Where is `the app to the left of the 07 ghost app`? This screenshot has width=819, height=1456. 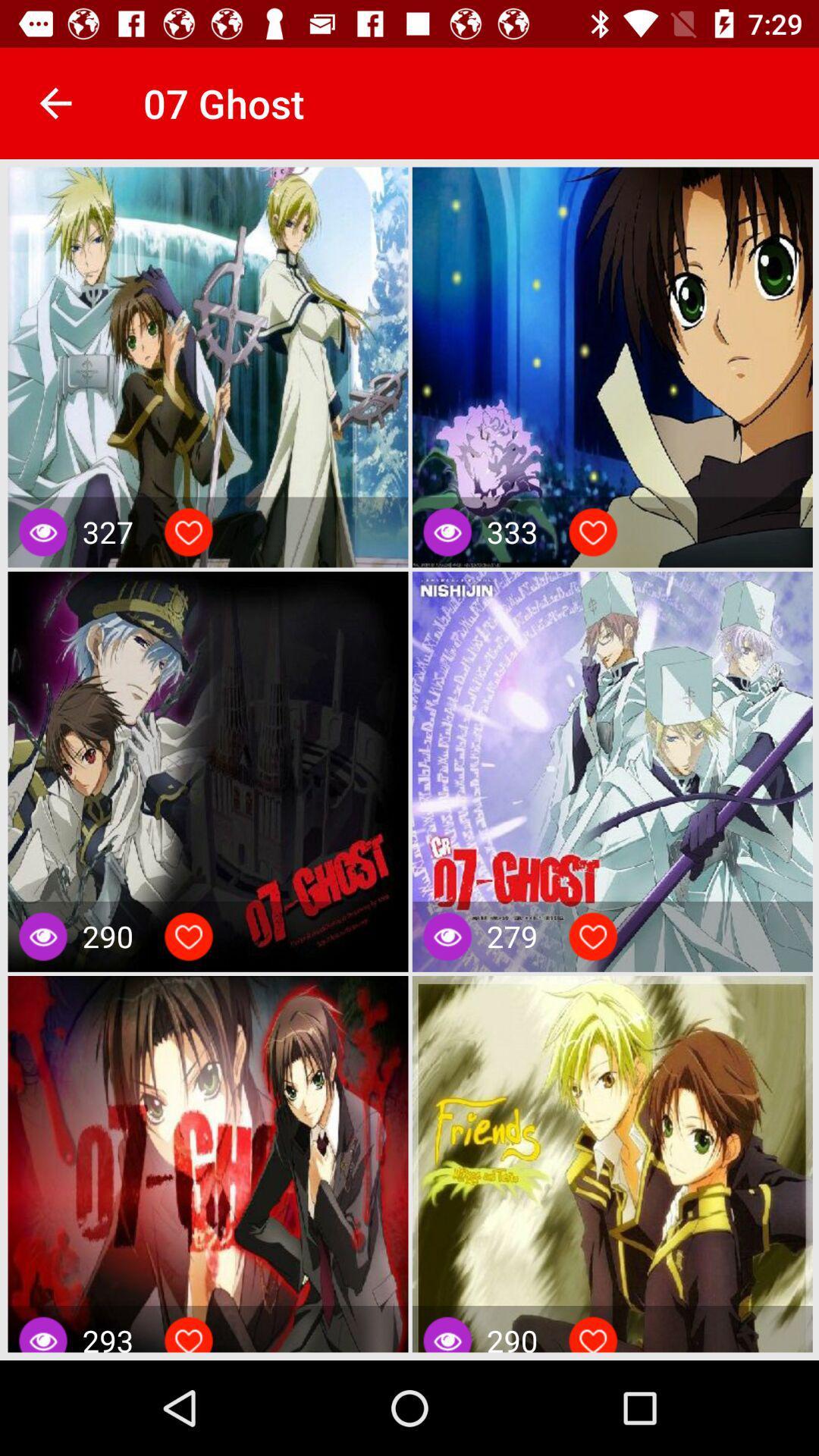 the app to the left of the 07 ghost app is located at coordinates (55, 102).